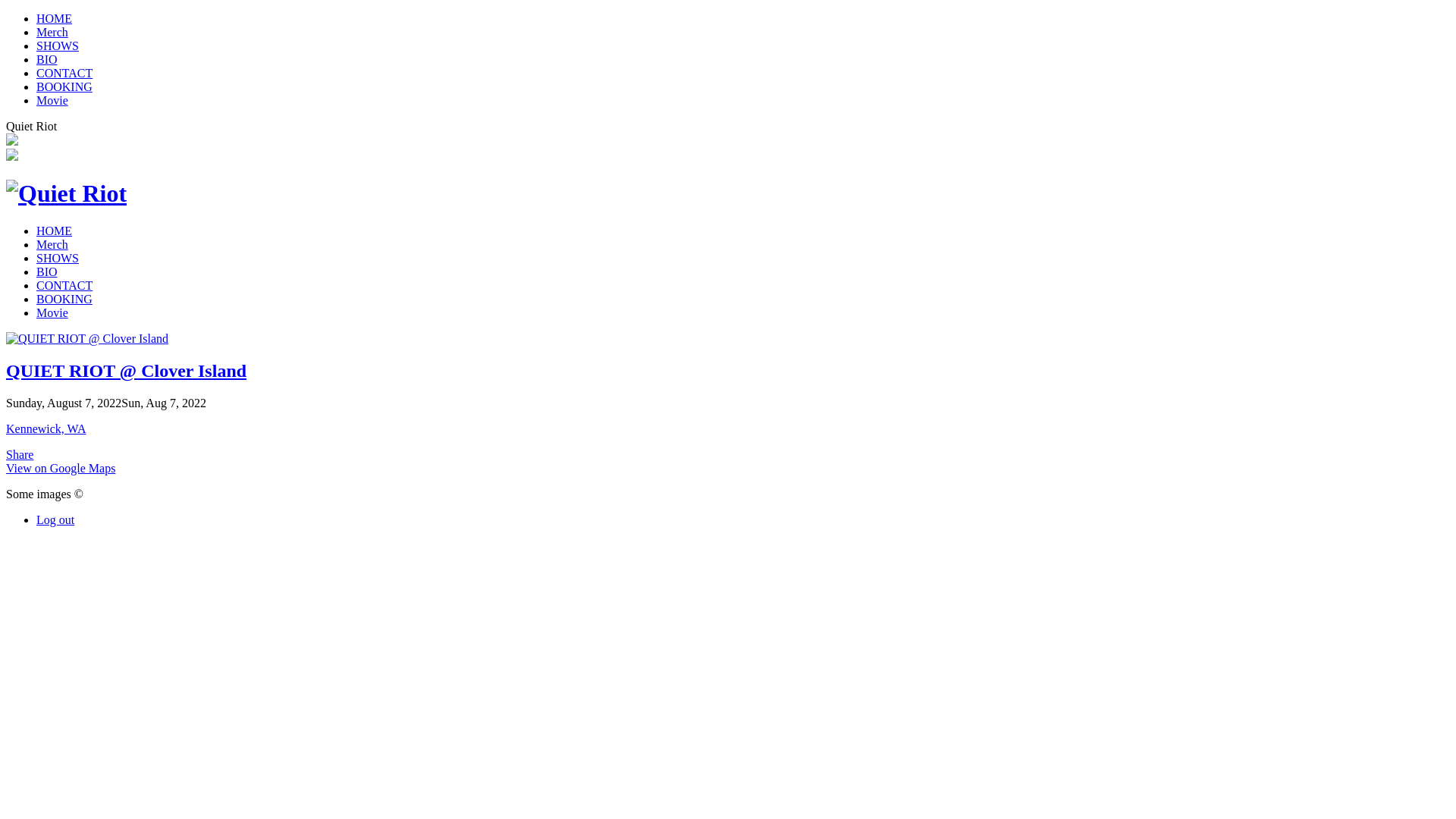 This screenshot has width=1456, height=819. I want to click on 'SHOWS', so click(58, 257).